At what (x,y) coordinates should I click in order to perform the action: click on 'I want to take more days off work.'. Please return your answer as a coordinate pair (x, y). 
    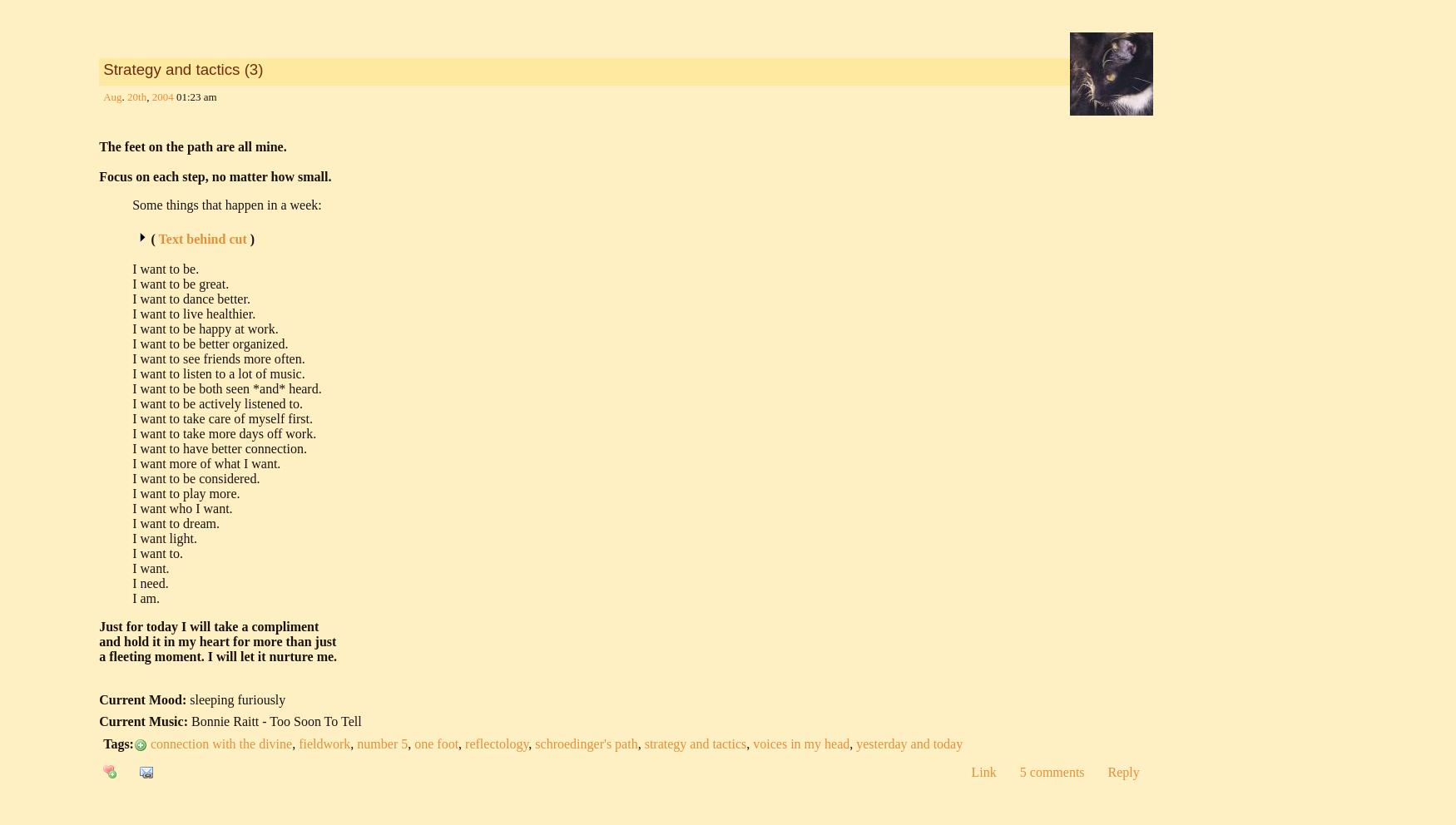
    Looking at the image, I should click on (223, 432).